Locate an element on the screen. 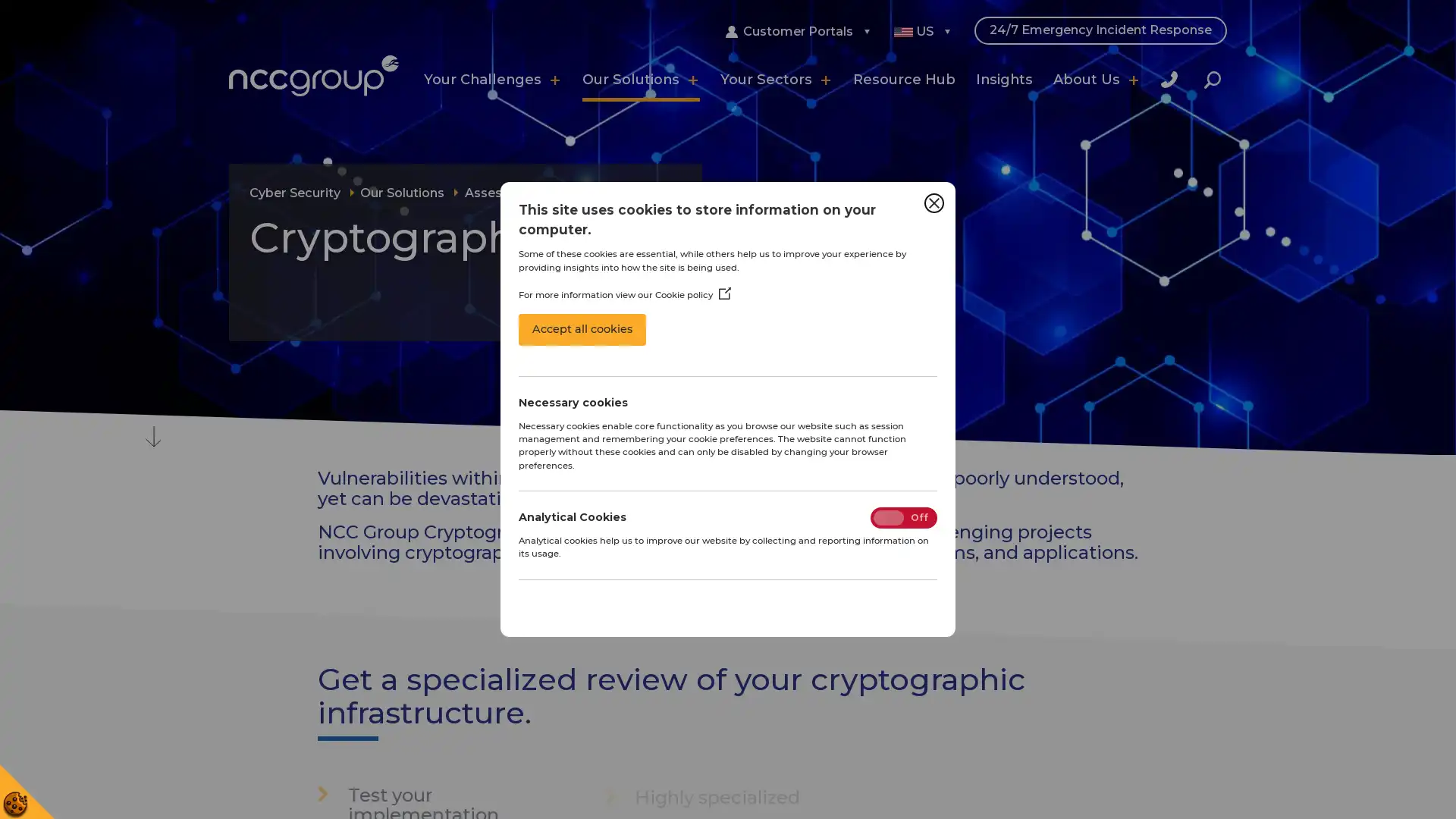 The image size is (1456, 819). Close Search is located at coordinates (1163, 133).